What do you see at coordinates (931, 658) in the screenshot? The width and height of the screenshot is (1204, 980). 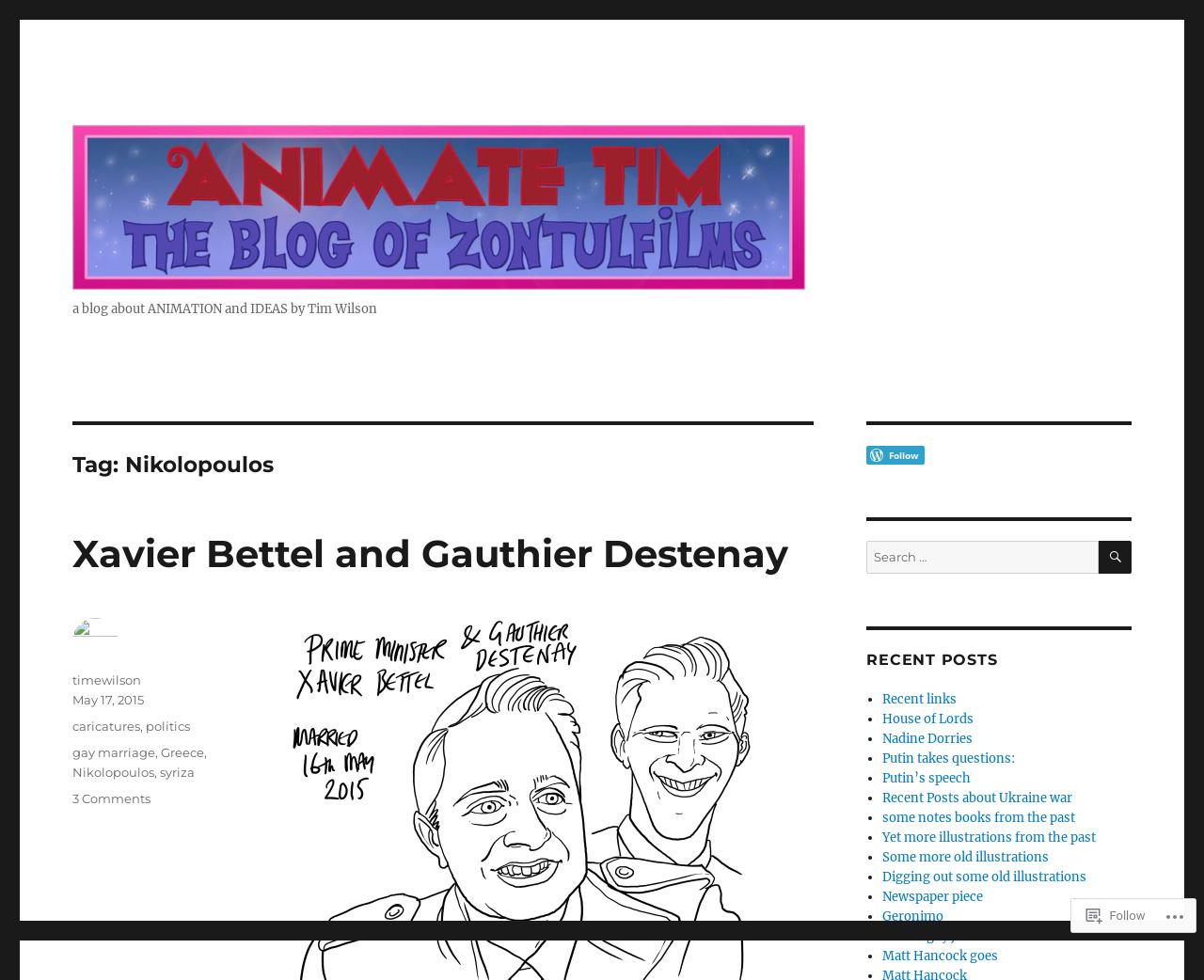 I see `'Recent Posts'` at bounding box center [931, 658].